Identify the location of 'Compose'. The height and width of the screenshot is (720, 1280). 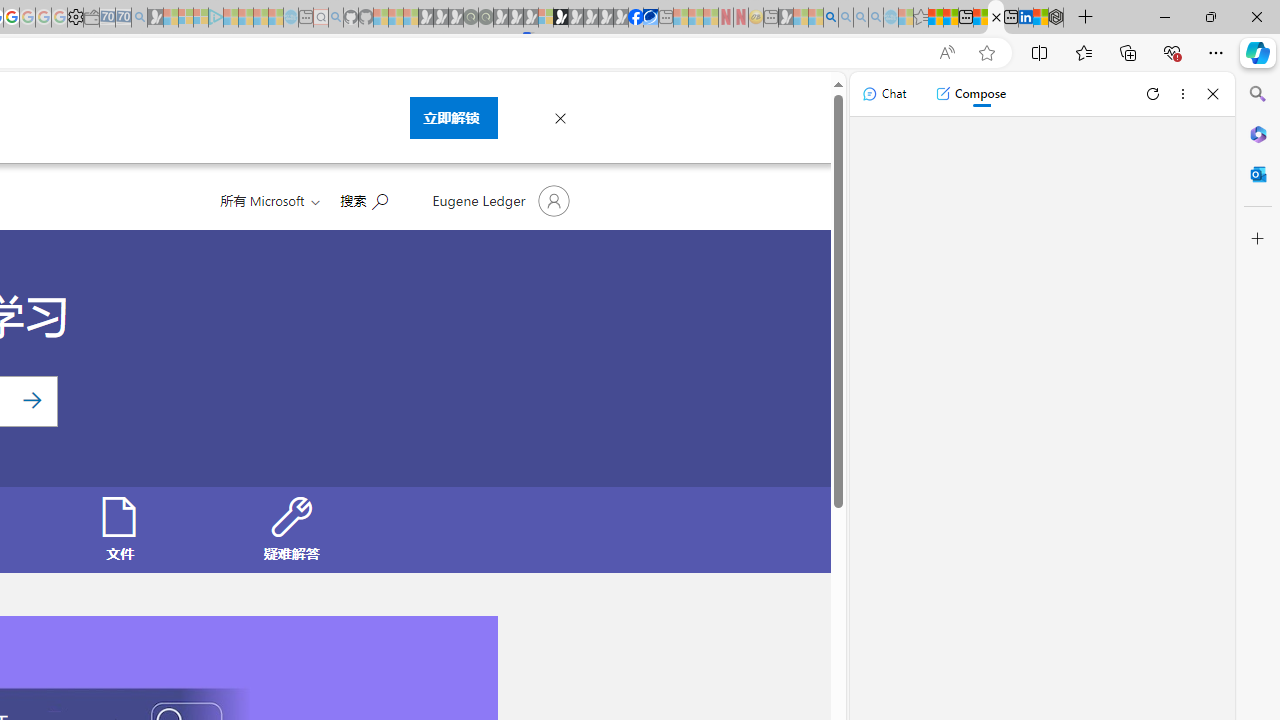
(970, 93).